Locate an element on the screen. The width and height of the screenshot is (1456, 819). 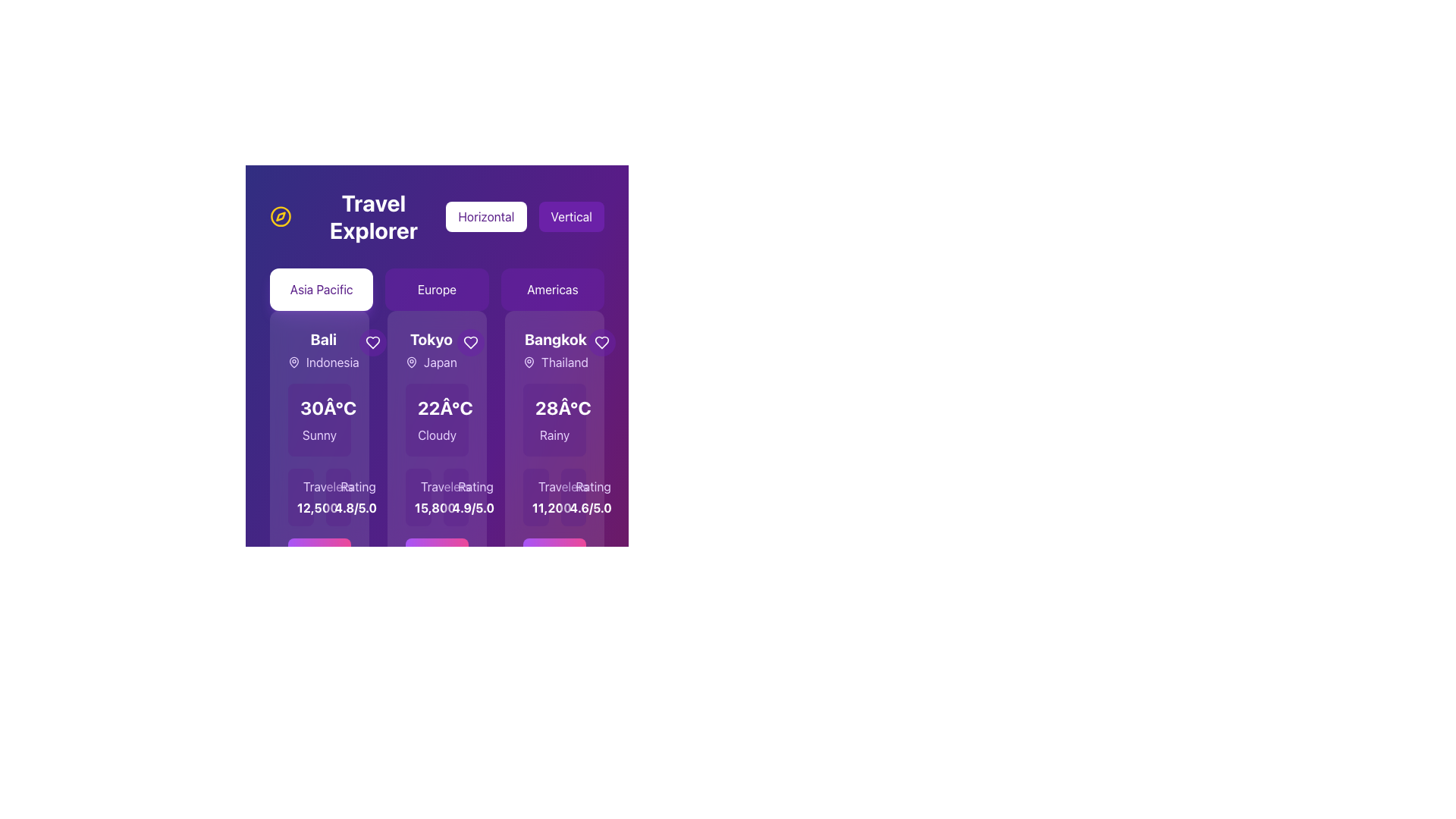
map pin icon located in the 'Bali' section of the navigation panel, positioned to the left of the text 'Indonesia' and above the temperature information is located at coordinates (294, 362).